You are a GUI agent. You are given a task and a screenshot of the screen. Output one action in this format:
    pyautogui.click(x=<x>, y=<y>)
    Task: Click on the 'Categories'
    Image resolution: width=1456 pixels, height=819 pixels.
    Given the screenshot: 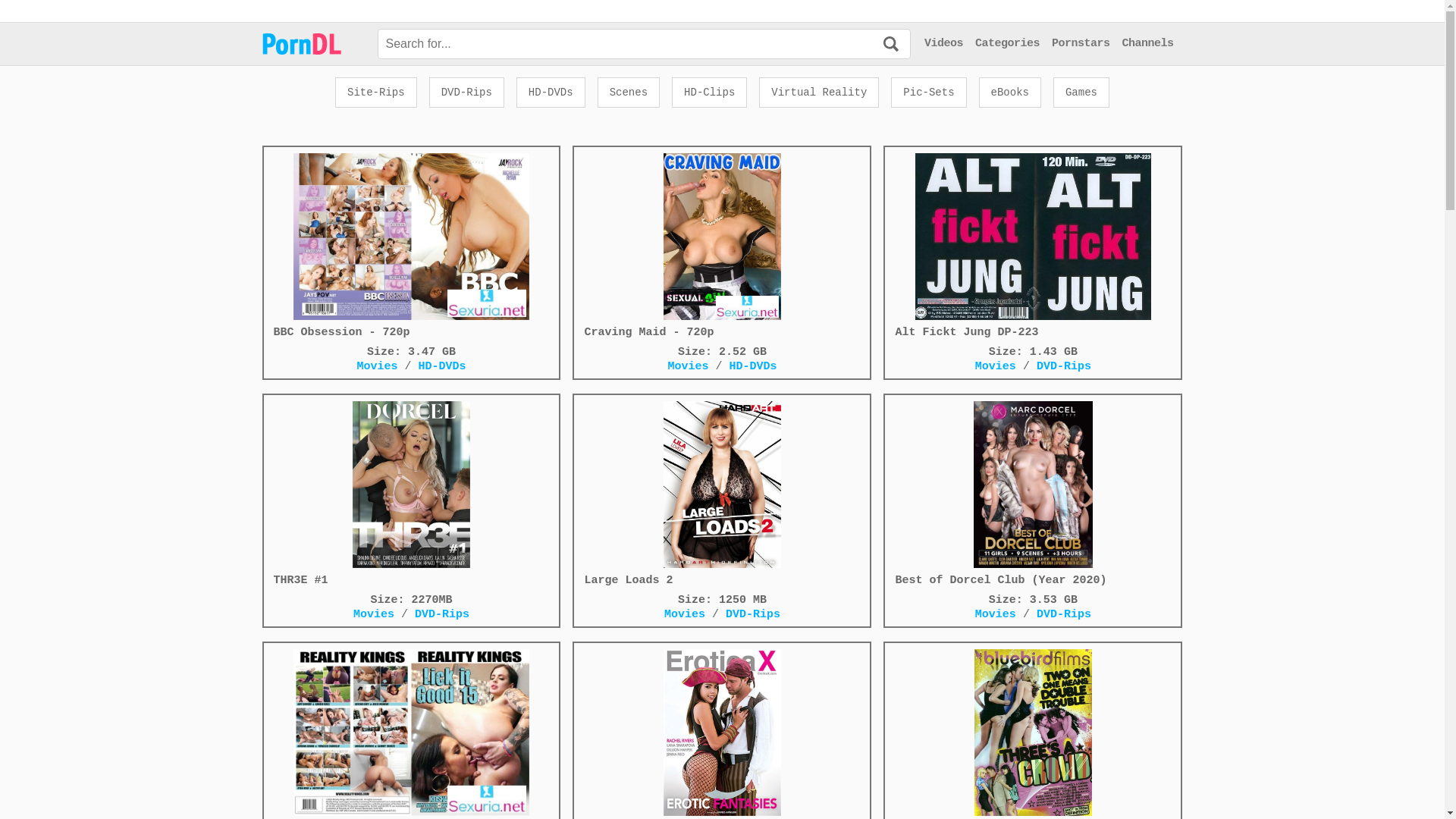 What is the action you would take?
    pyautogui.click(x=975, y=42)
    